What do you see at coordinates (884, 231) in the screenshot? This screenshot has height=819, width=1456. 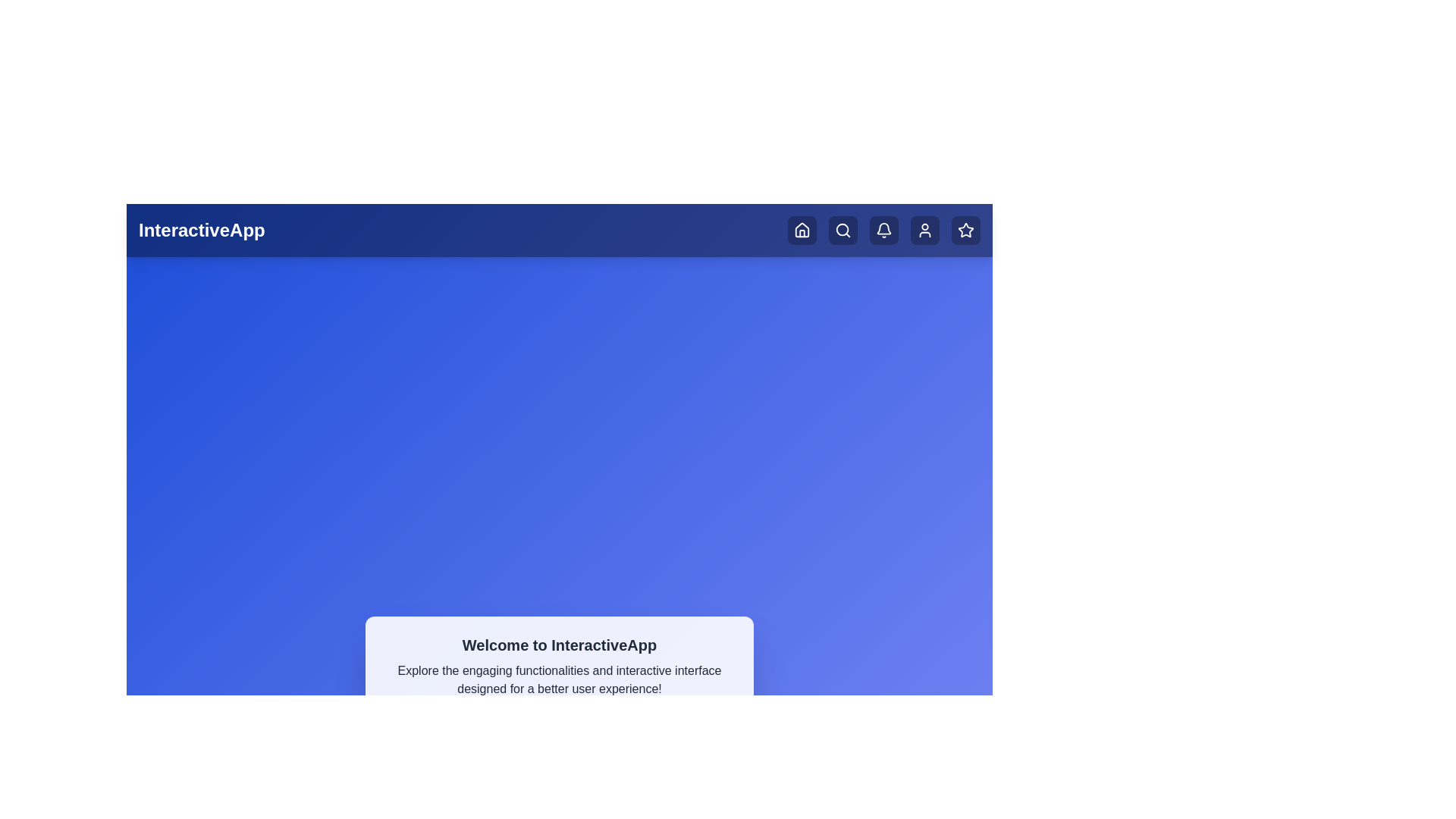 I see `the notifications navigation button to navigate to the respective section` at bounding box center [884, 231].